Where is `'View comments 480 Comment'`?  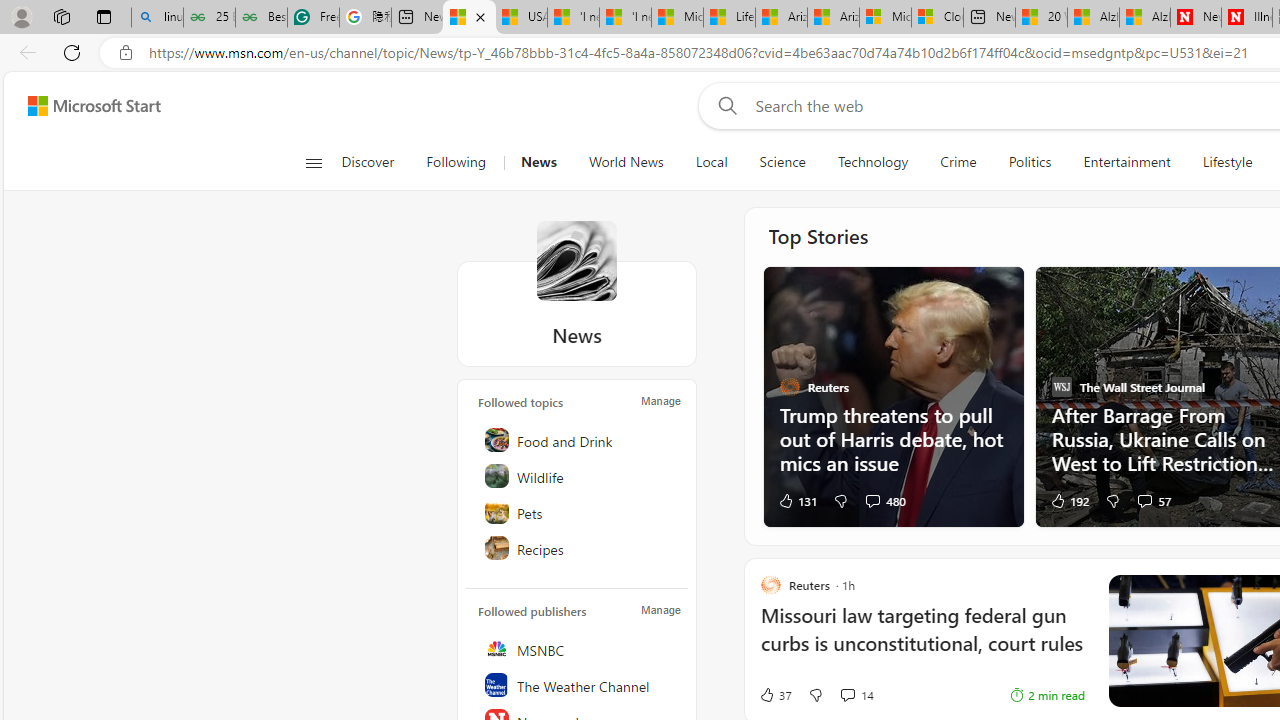
'View comments 480 Comment' is located at coordinates (884, 499).